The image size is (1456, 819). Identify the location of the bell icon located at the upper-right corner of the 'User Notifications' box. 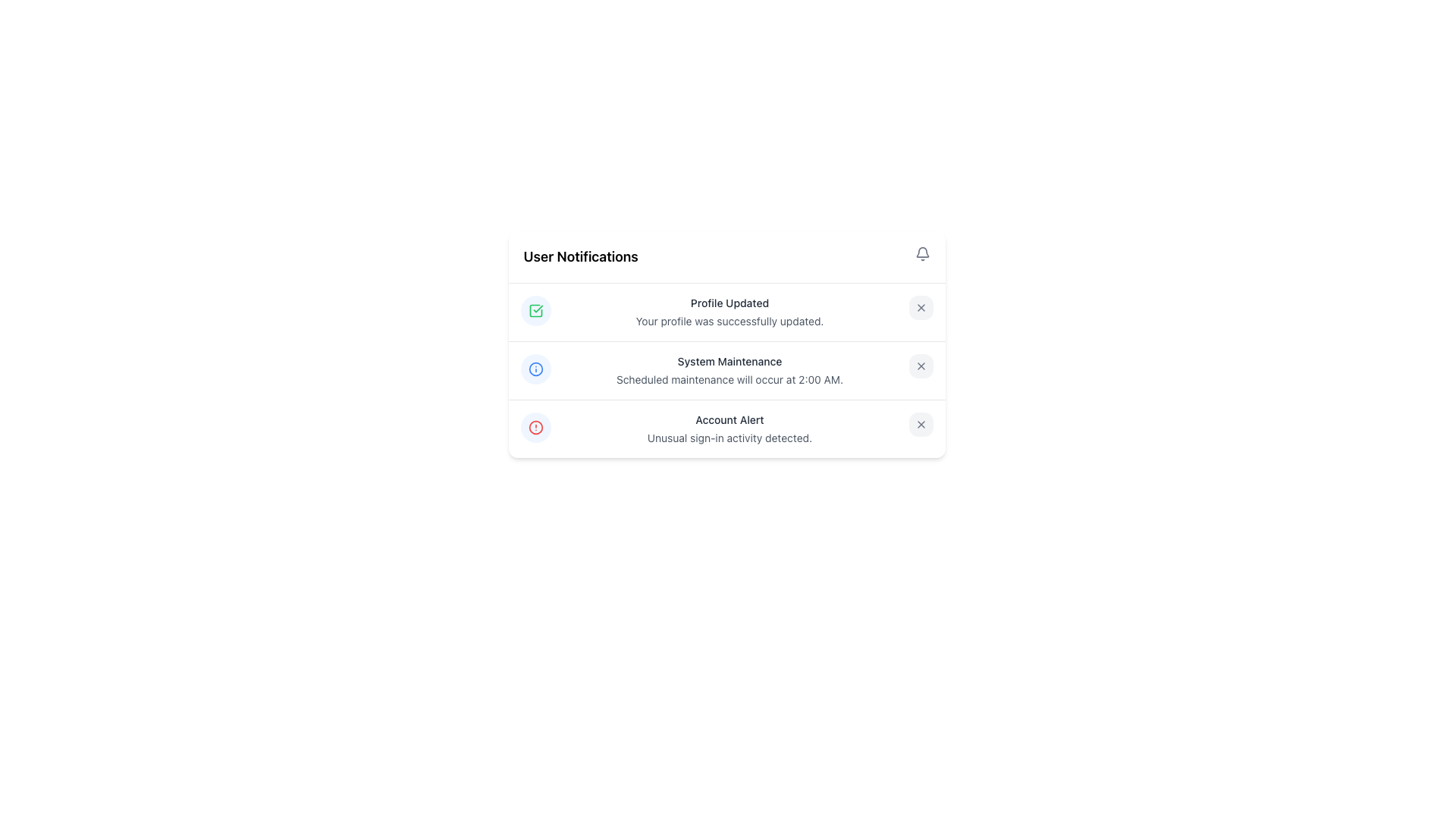
(921, 253).